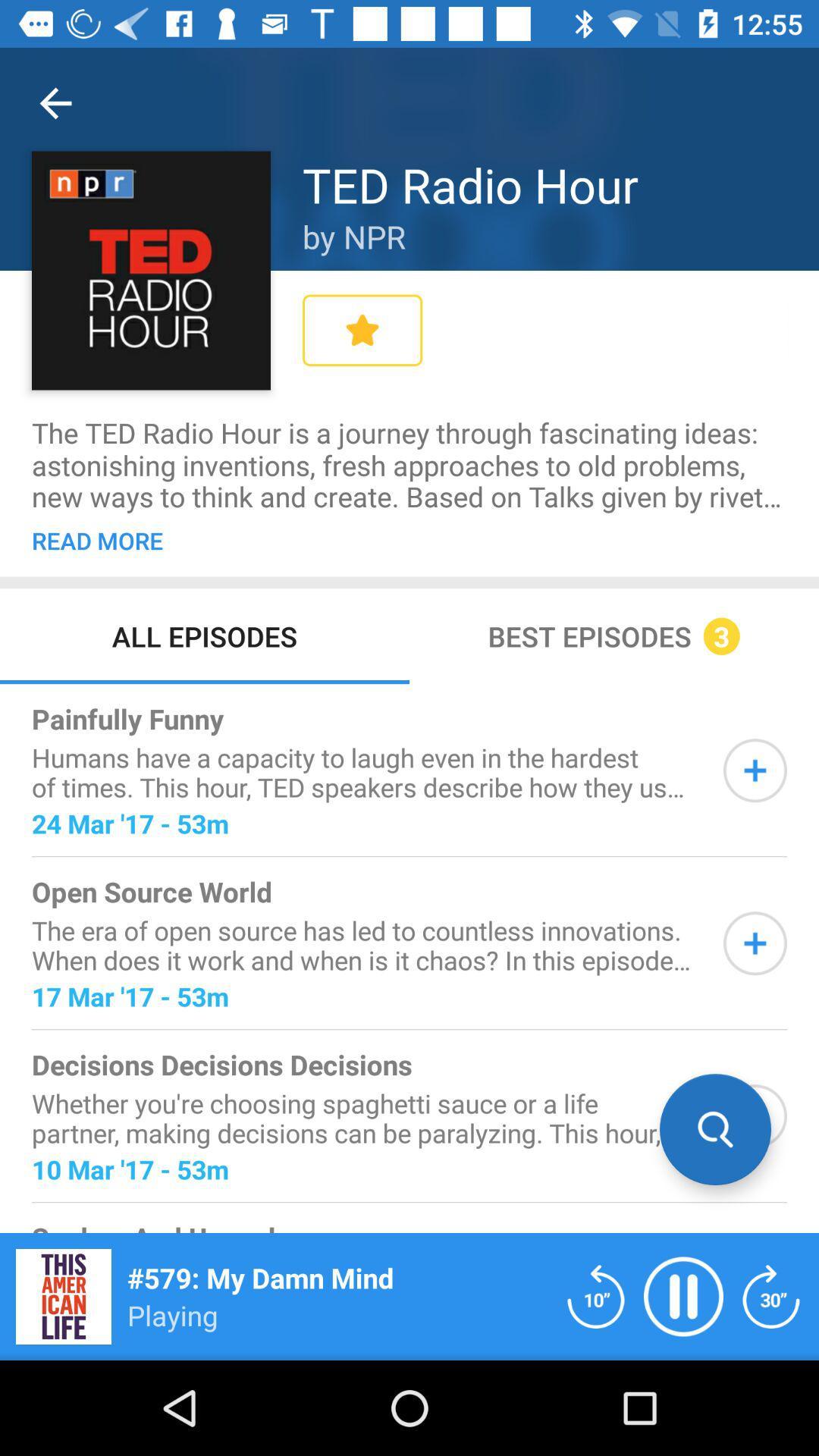 The image size is (819, 1456). What do you see at coordinates (755, 1116) in the screenshot?
I see `episode` at bounding box center [755, 1116].